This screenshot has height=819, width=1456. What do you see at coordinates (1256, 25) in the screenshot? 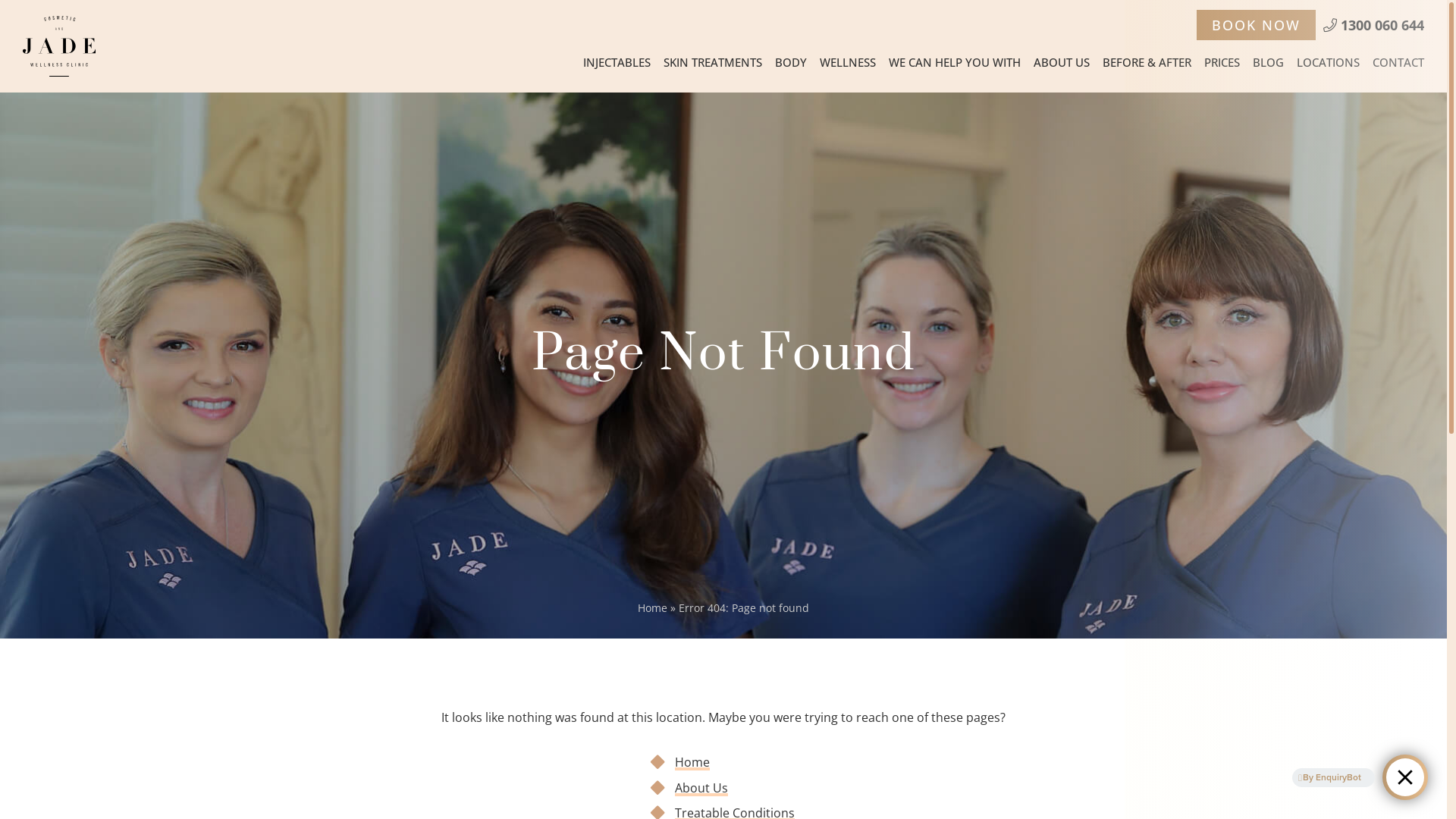
I see `'BOOK NOW'` at bounding box center [1256, 25].